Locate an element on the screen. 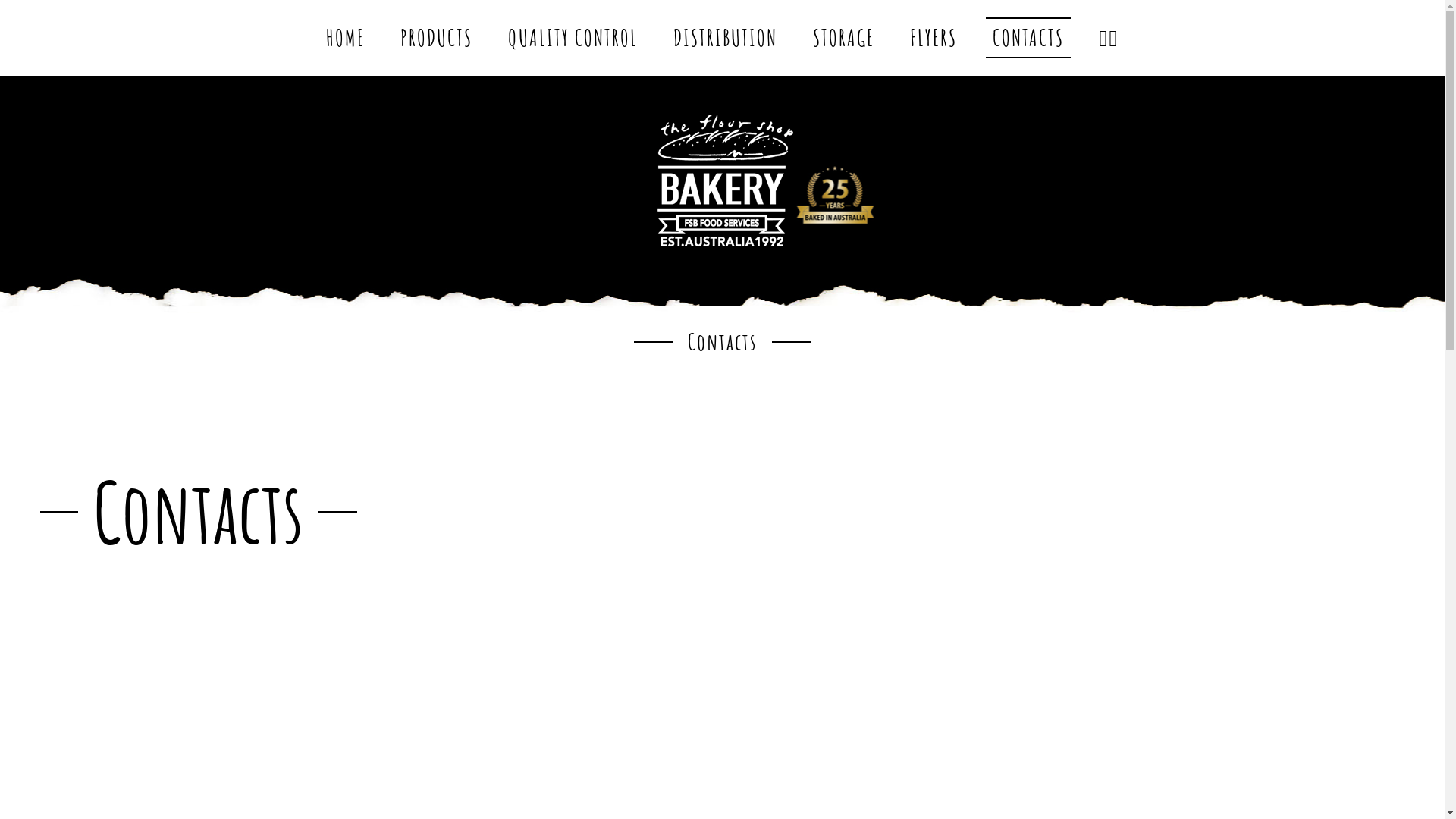 This screenshot has width=1456, height=819. 'QUALITY CONTROL' is located at coordinates (572, 37).